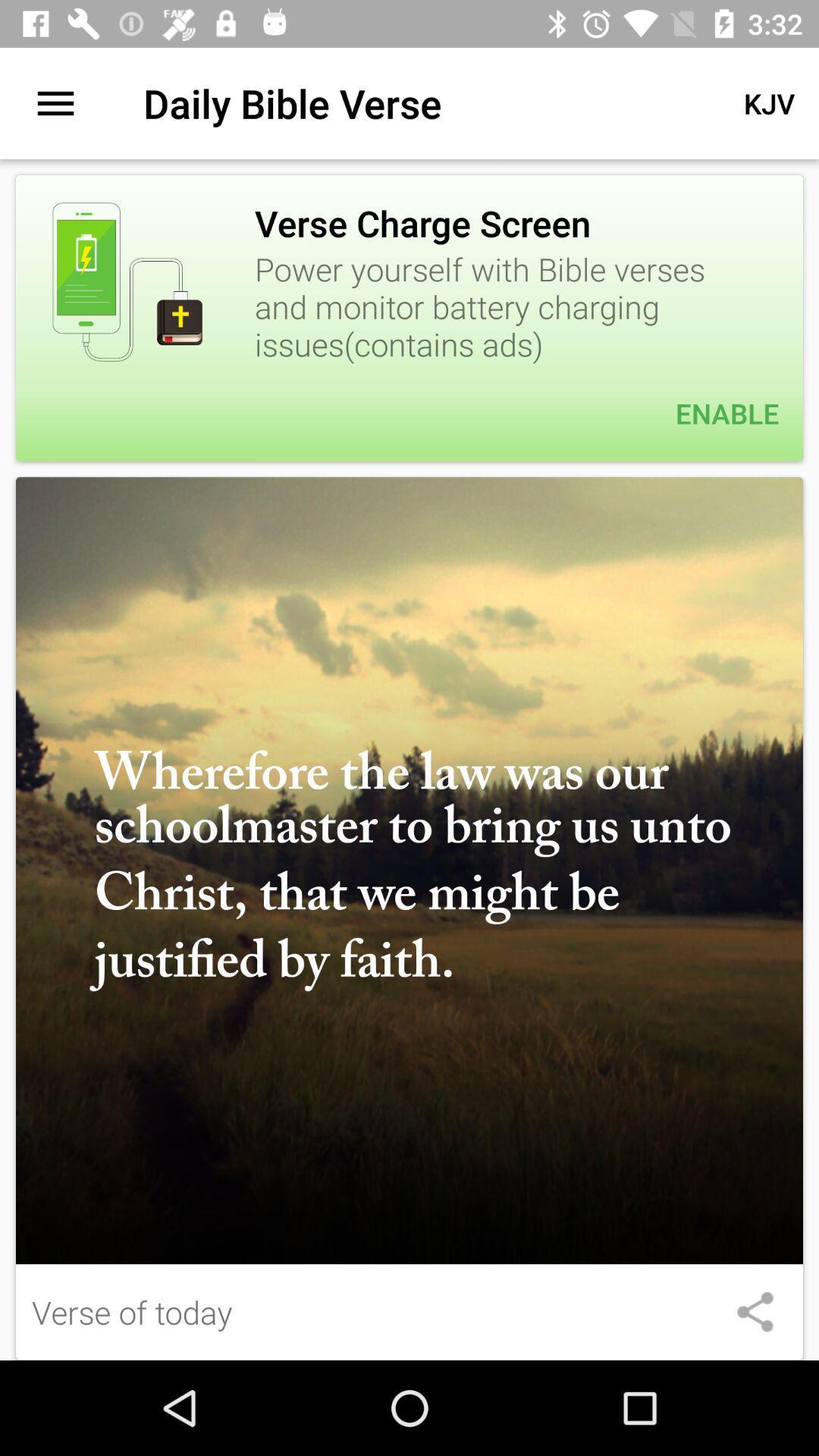  What do you see at coordinates (769, 102) in the screenshot?
I see `the icon at the top right corner` at bounding box center [769, 102].